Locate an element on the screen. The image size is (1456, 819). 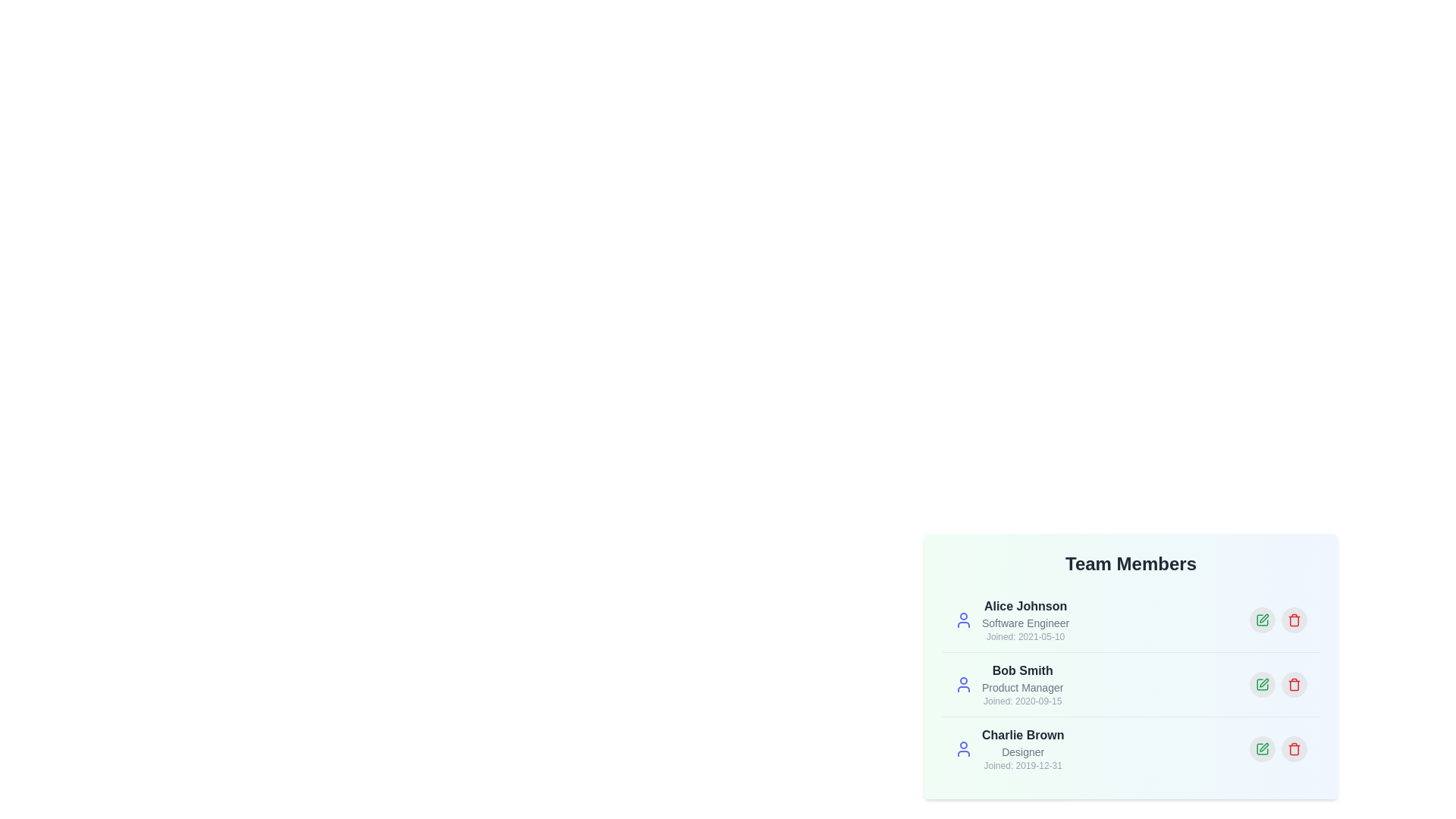
delete button for the user profile Alice Johnson is located at coordinates (1294, 620).